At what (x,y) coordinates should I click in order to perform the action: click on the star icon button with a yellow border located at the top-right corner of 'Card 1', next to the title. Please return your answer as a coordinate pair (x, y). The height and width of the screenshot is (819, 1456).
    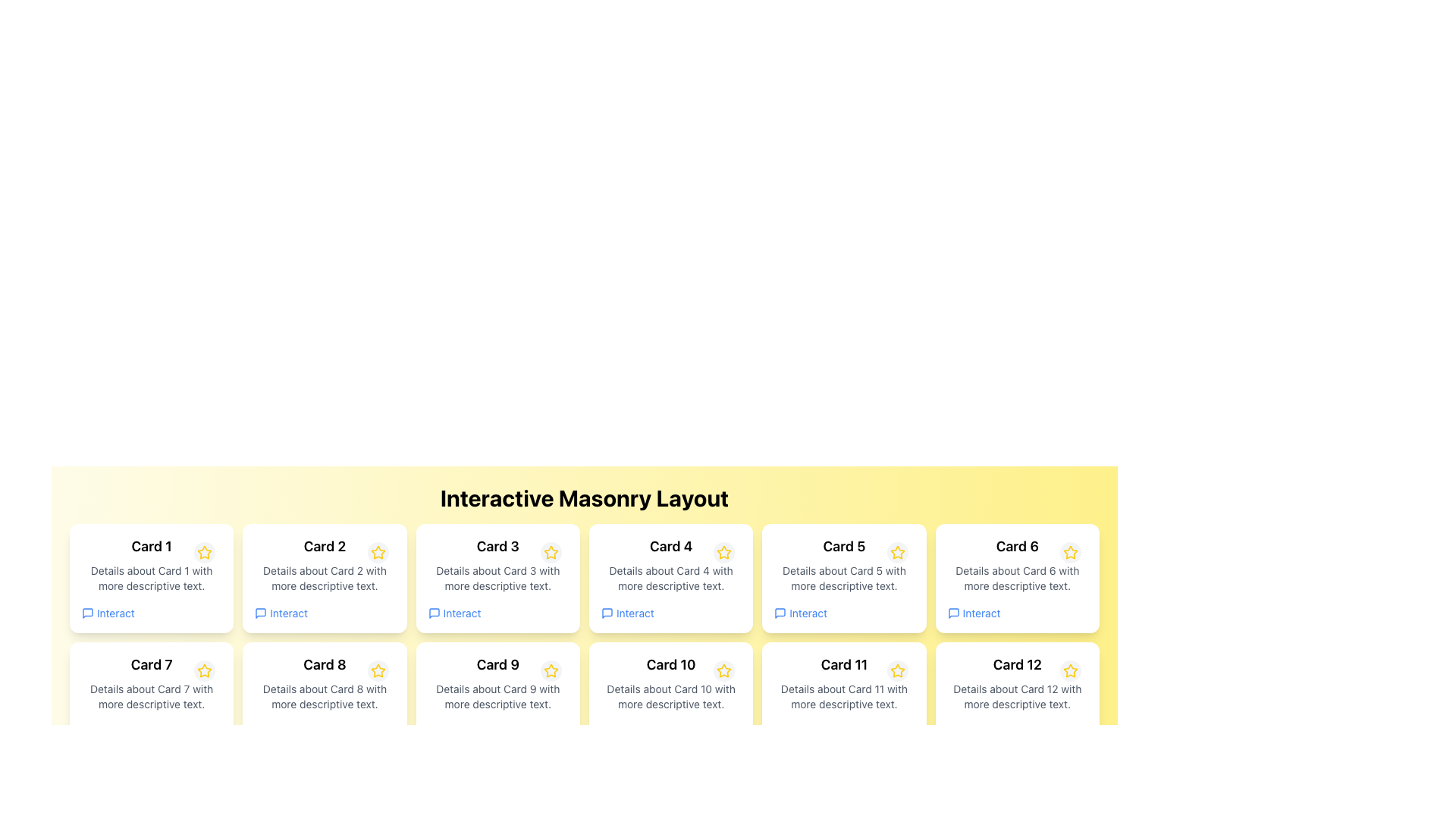
    Looking at the image, I should click on (204, 553).